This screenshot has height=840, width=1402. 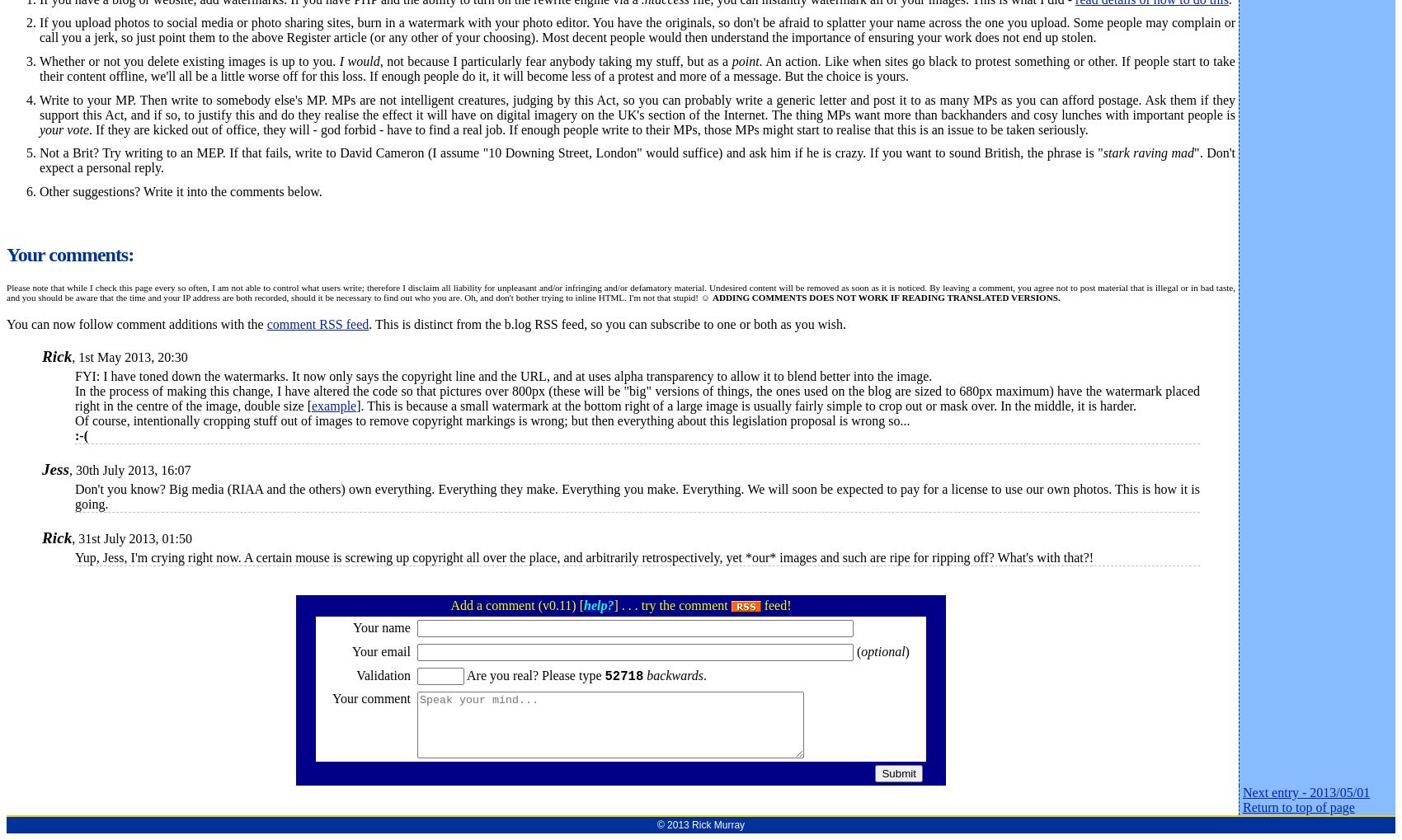 What do you see at coordinates (1298, 806) in the screenshot?
I see `'Return to top of page'` at bounding box center [1298, 806].